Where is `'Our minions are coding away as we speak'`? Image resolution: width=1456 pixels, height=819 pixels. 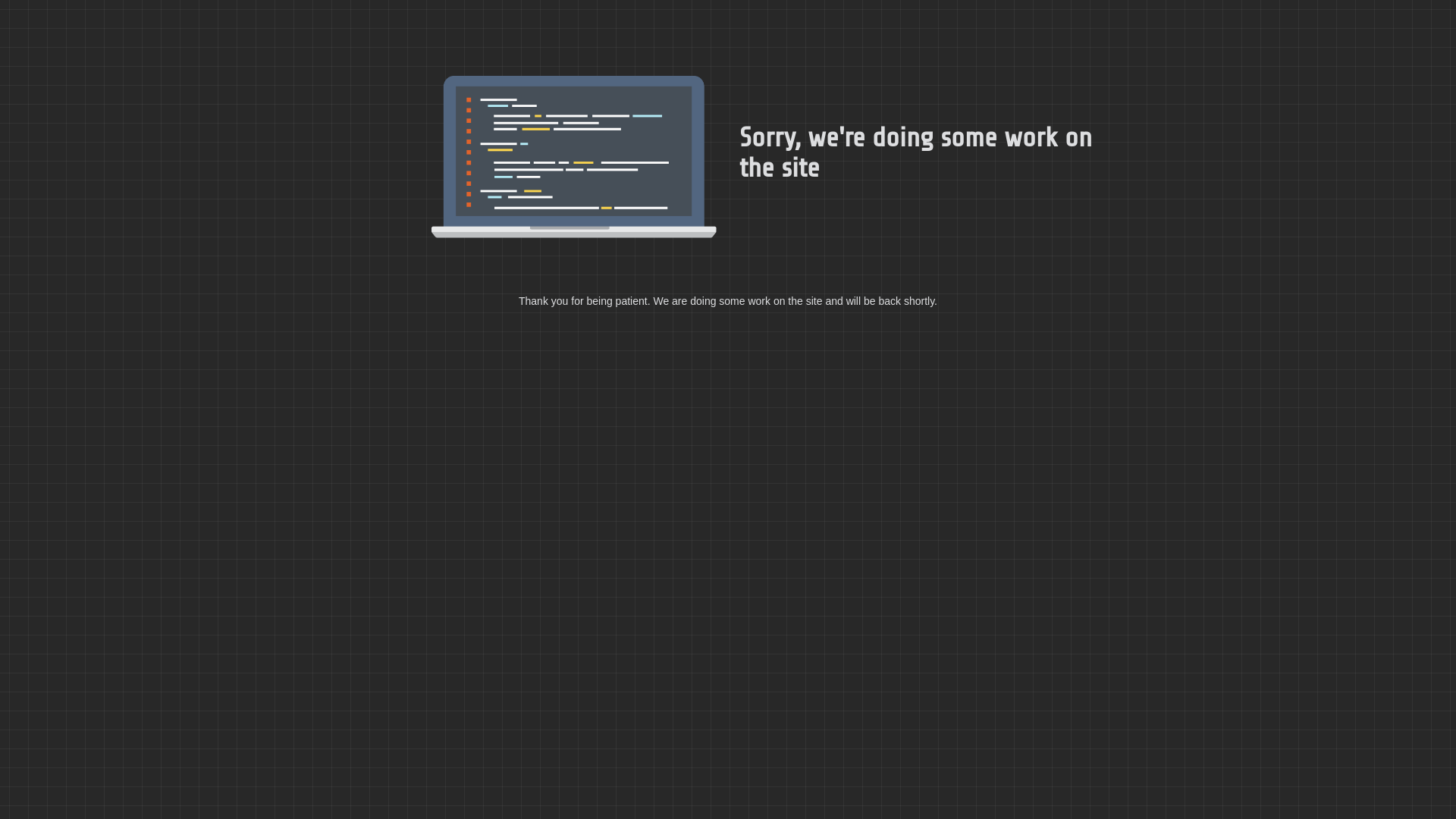 'Our minions are coding away as we speak' is located at coordinates (573, 157).